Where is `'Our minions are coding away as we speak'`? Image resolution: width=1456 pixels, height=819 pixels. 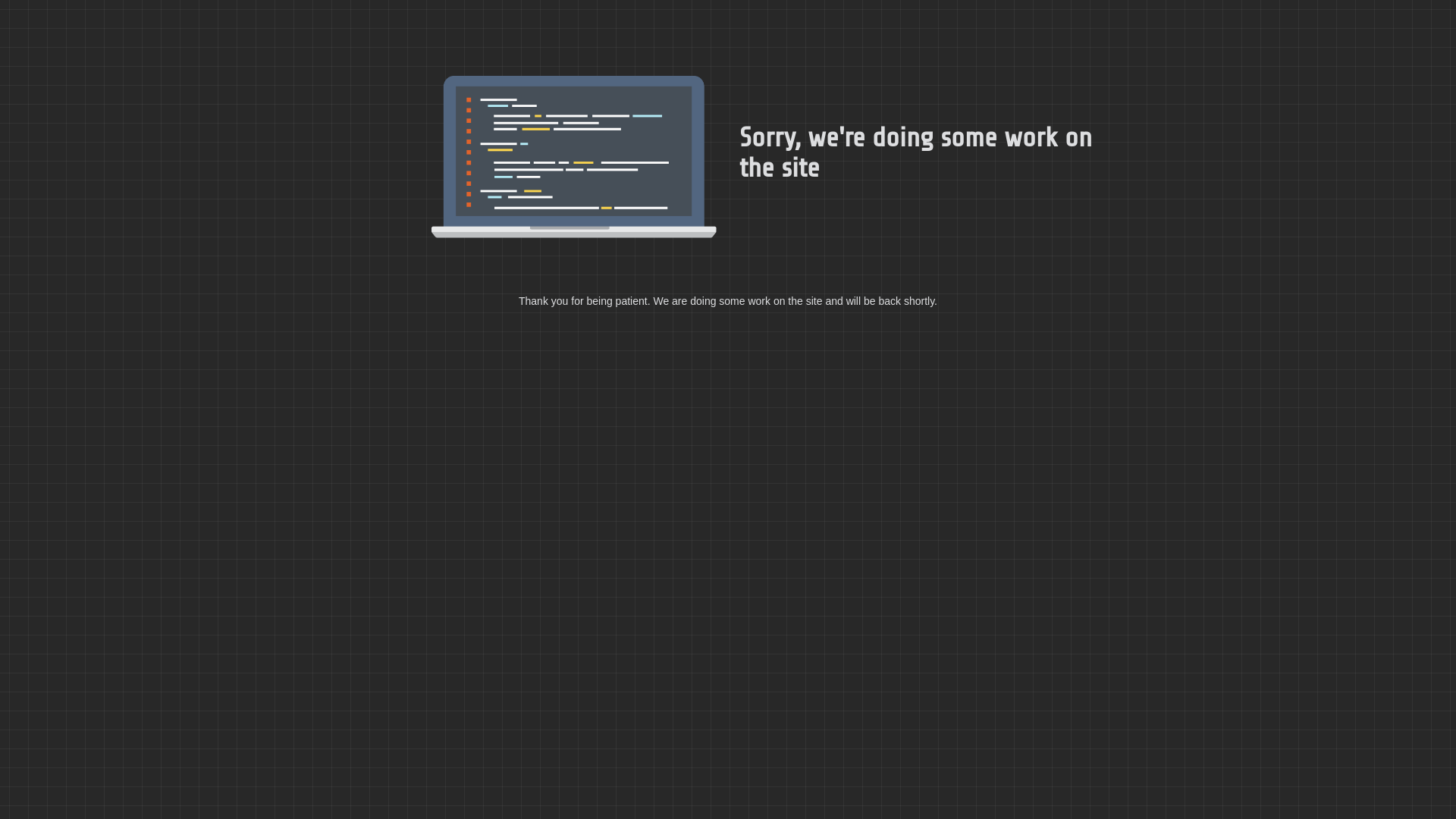 'Our minions are coding away as we speak' is located at coordinates (573, 157).